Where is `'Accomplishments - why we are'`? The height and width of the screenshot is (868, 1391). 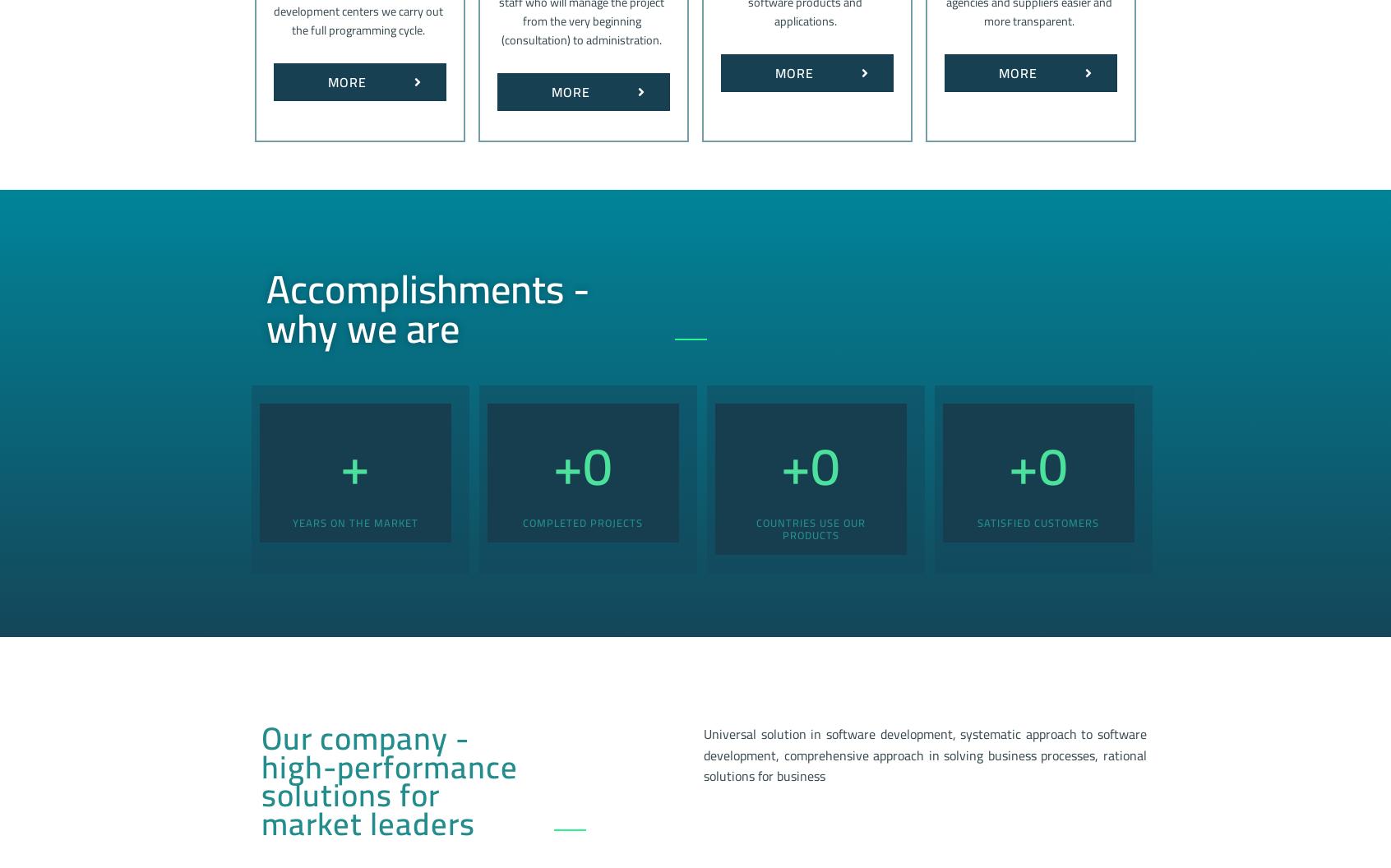
'Accomplishments - why we are' is located at coordinates (427, 307).